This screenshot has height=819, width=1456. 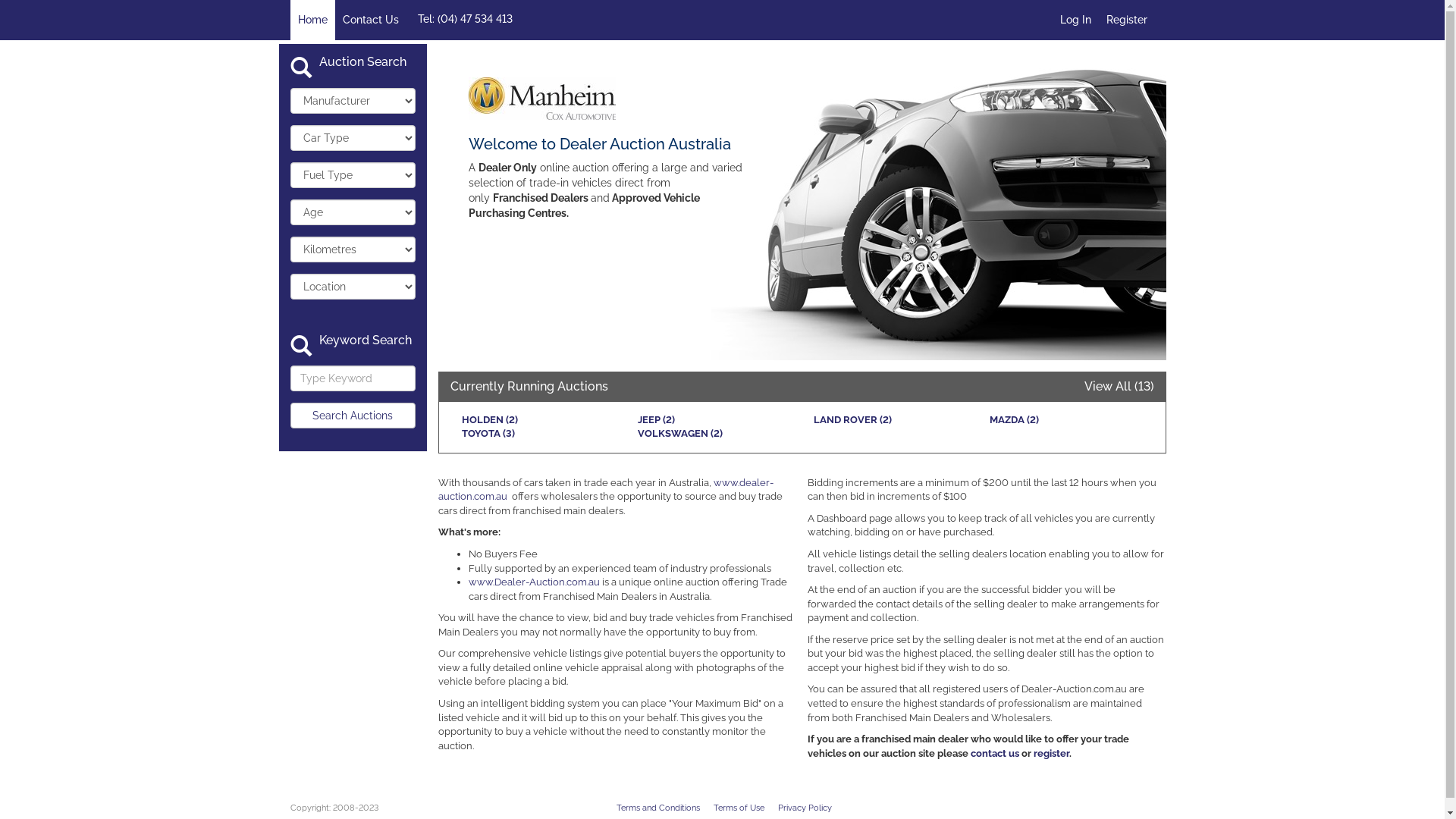 I want to click on 'Contact Us', so click(x=371, y=20).